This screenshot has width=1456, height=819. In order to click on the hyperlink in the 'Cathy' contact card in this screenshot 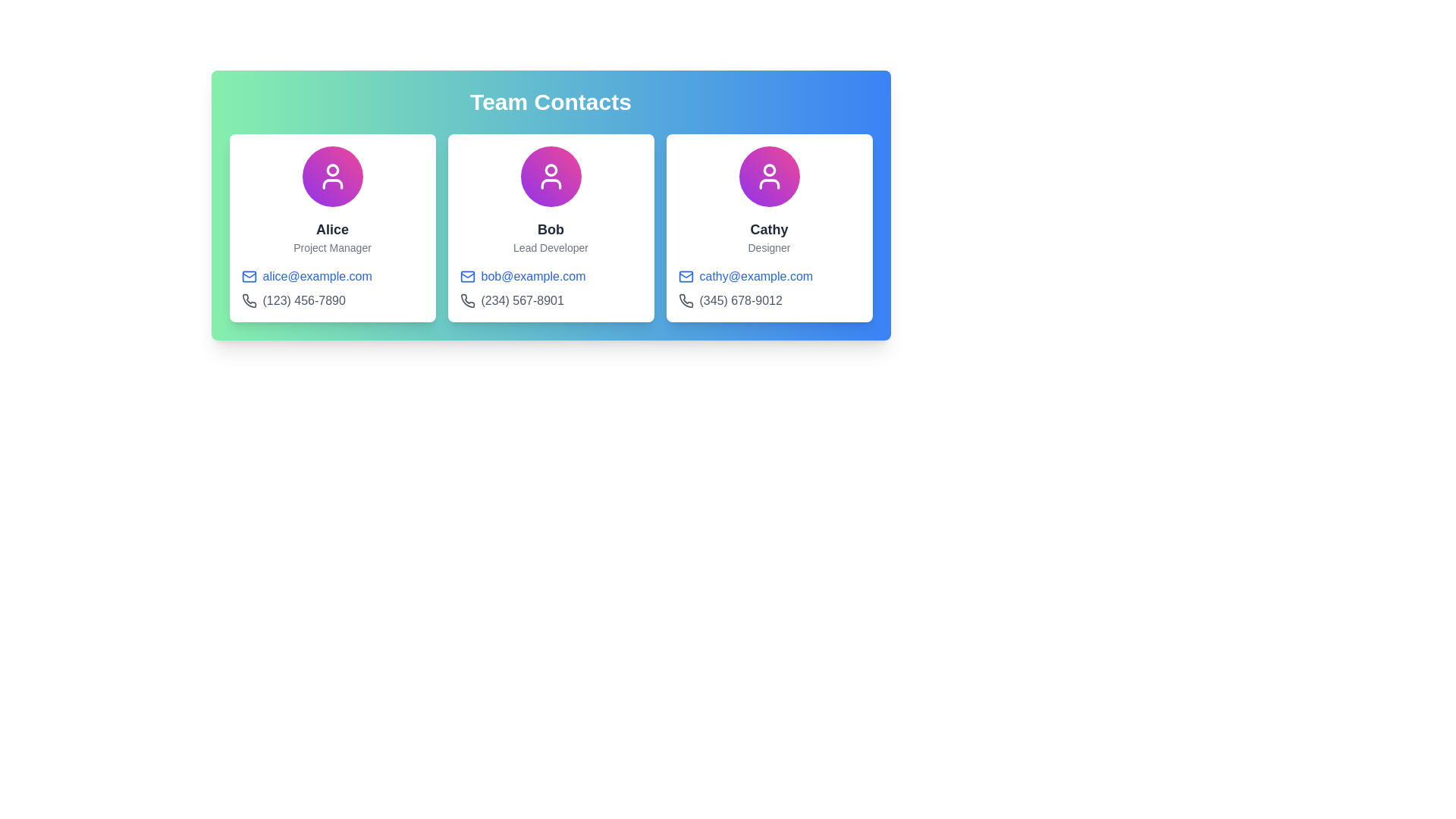, I will do `click(769, 277)`.